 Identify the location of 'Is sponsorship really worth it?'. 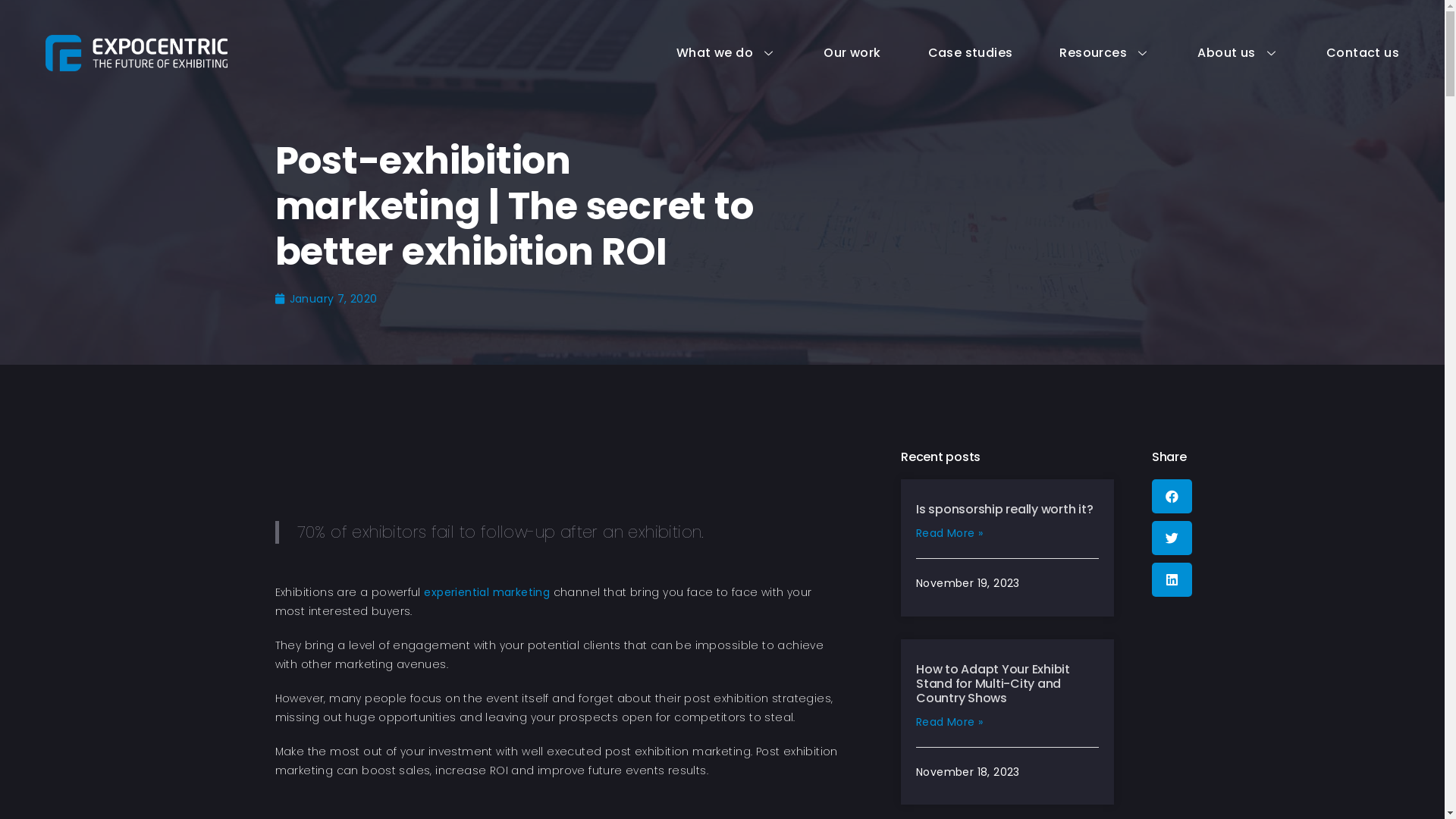
(1004, 509).